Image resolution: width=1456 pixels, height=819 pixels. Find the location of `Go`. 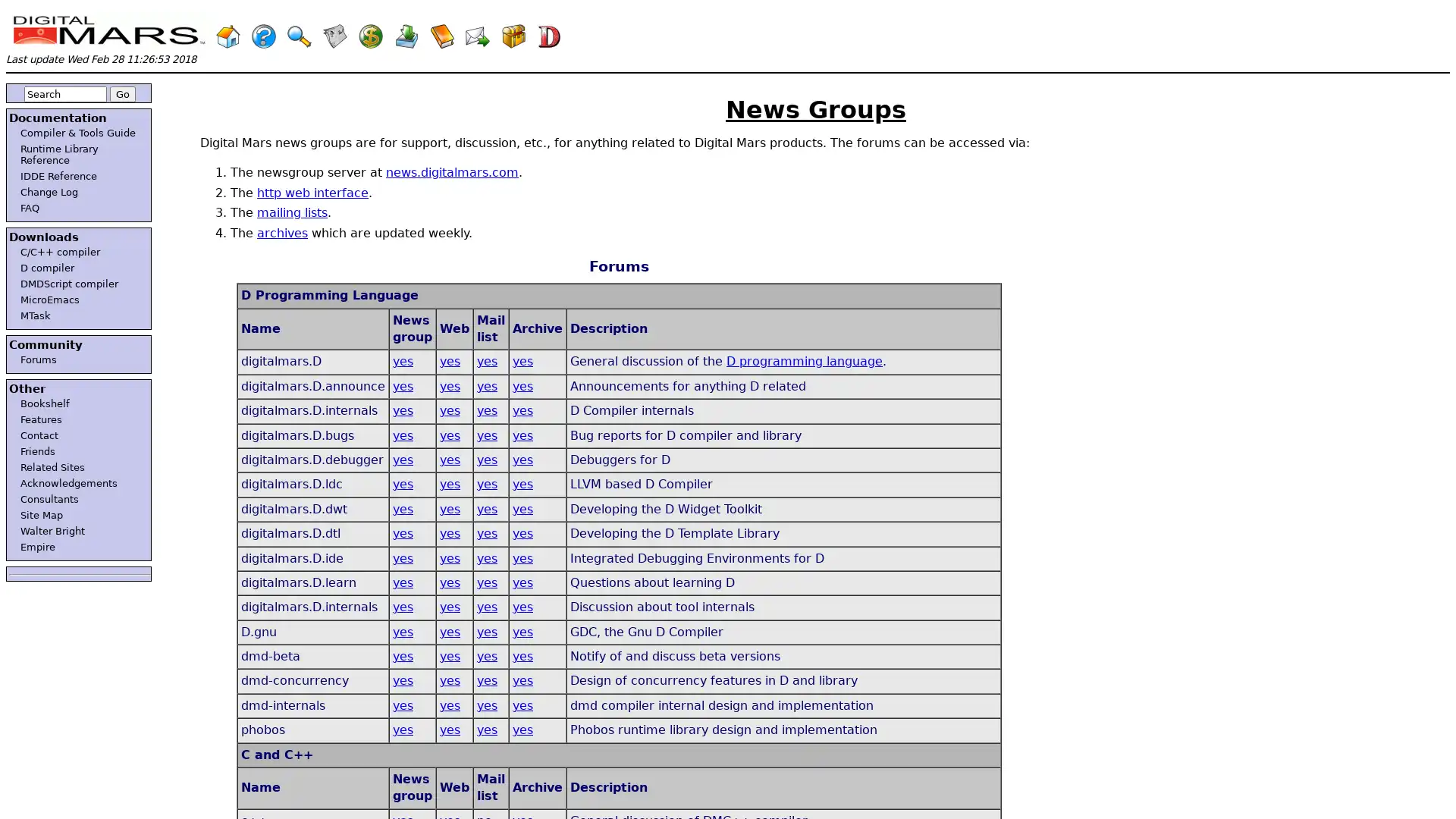

Go is located at coordinates (123, 93).